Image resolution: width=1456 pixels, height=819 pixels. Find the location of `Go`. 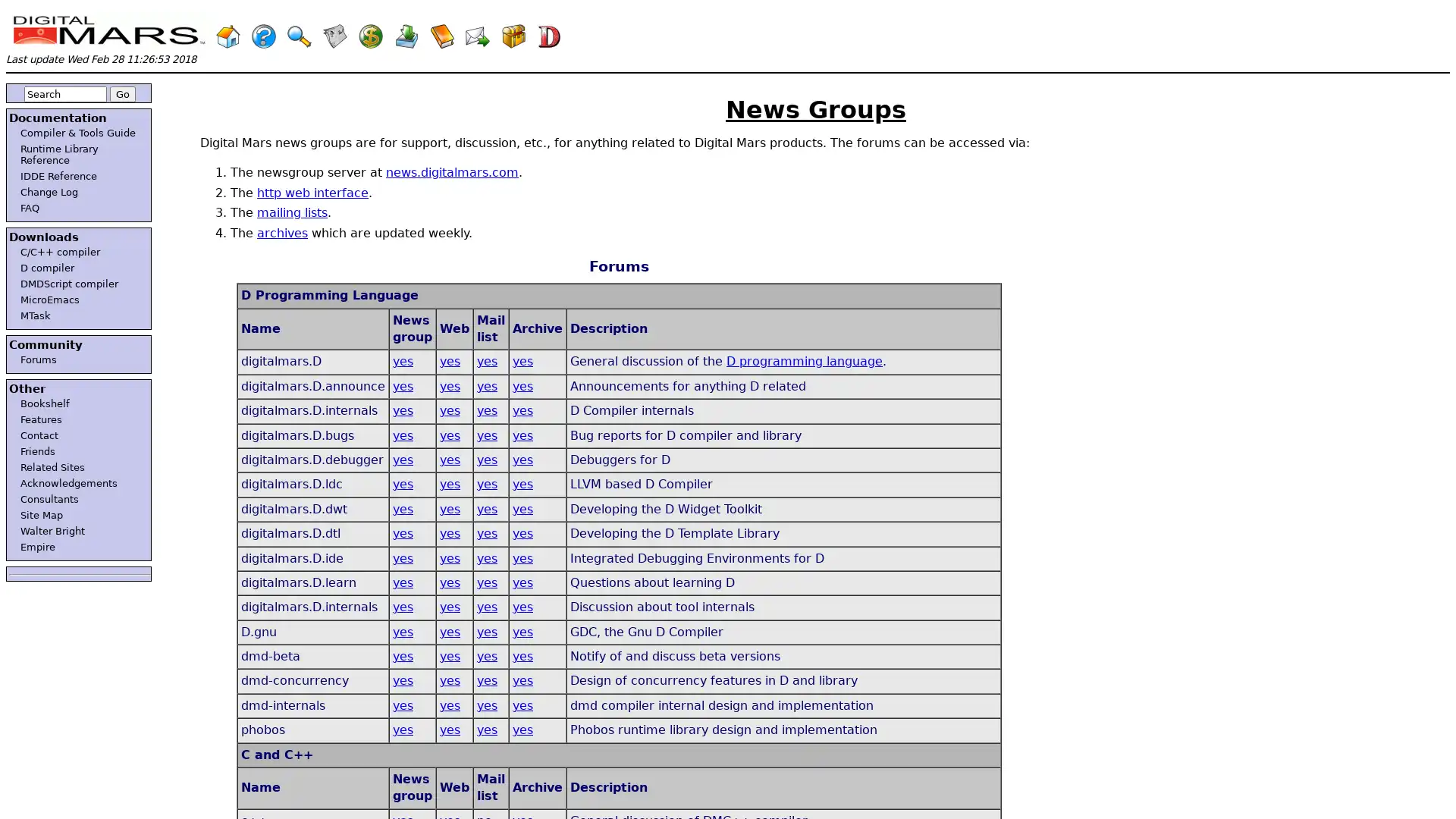

Go is located at coordinates (123, 93).